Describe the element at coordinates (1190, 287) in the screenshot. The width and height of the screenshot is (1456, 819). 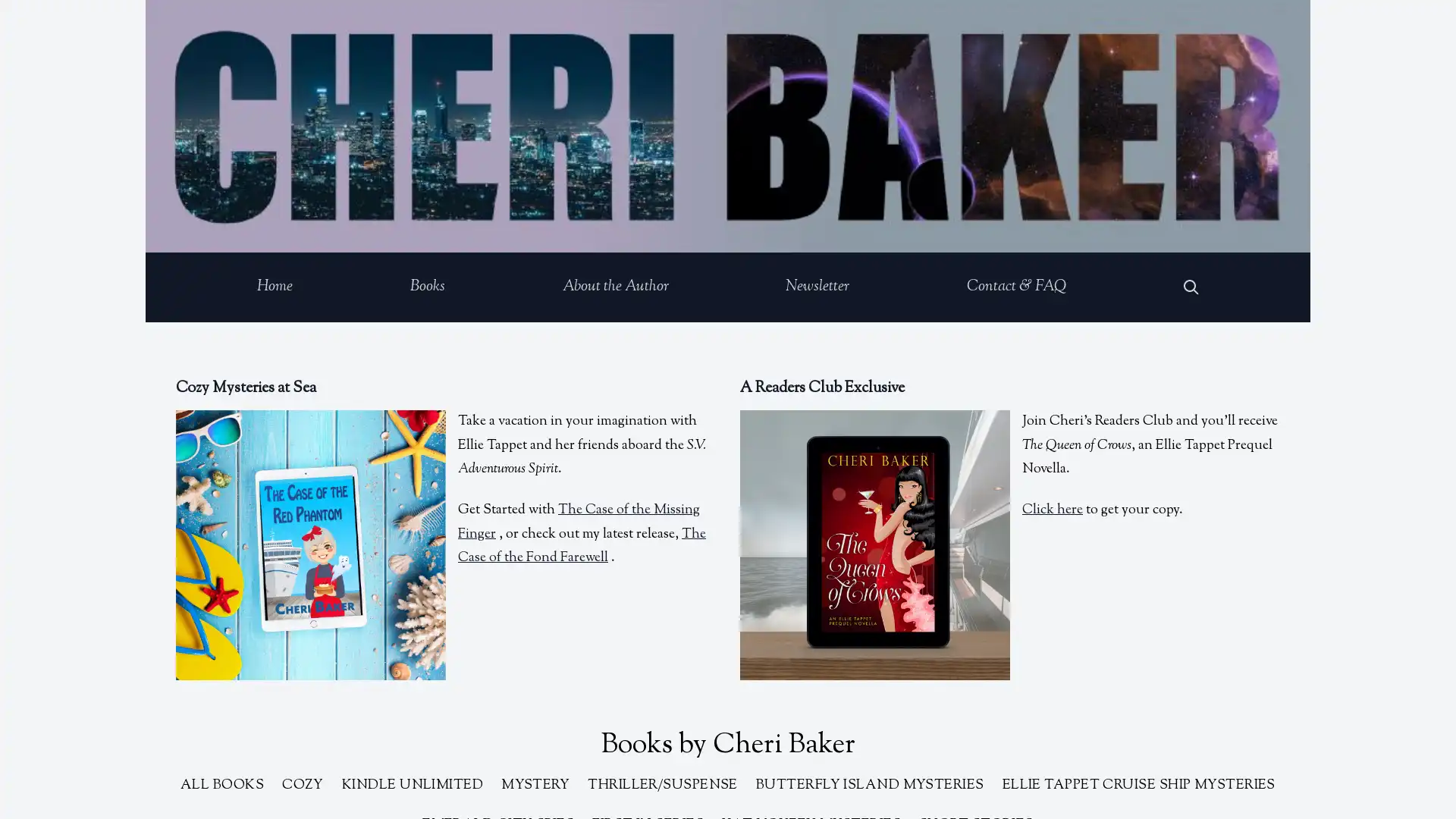
I see `Open Search Dialog` at that location.